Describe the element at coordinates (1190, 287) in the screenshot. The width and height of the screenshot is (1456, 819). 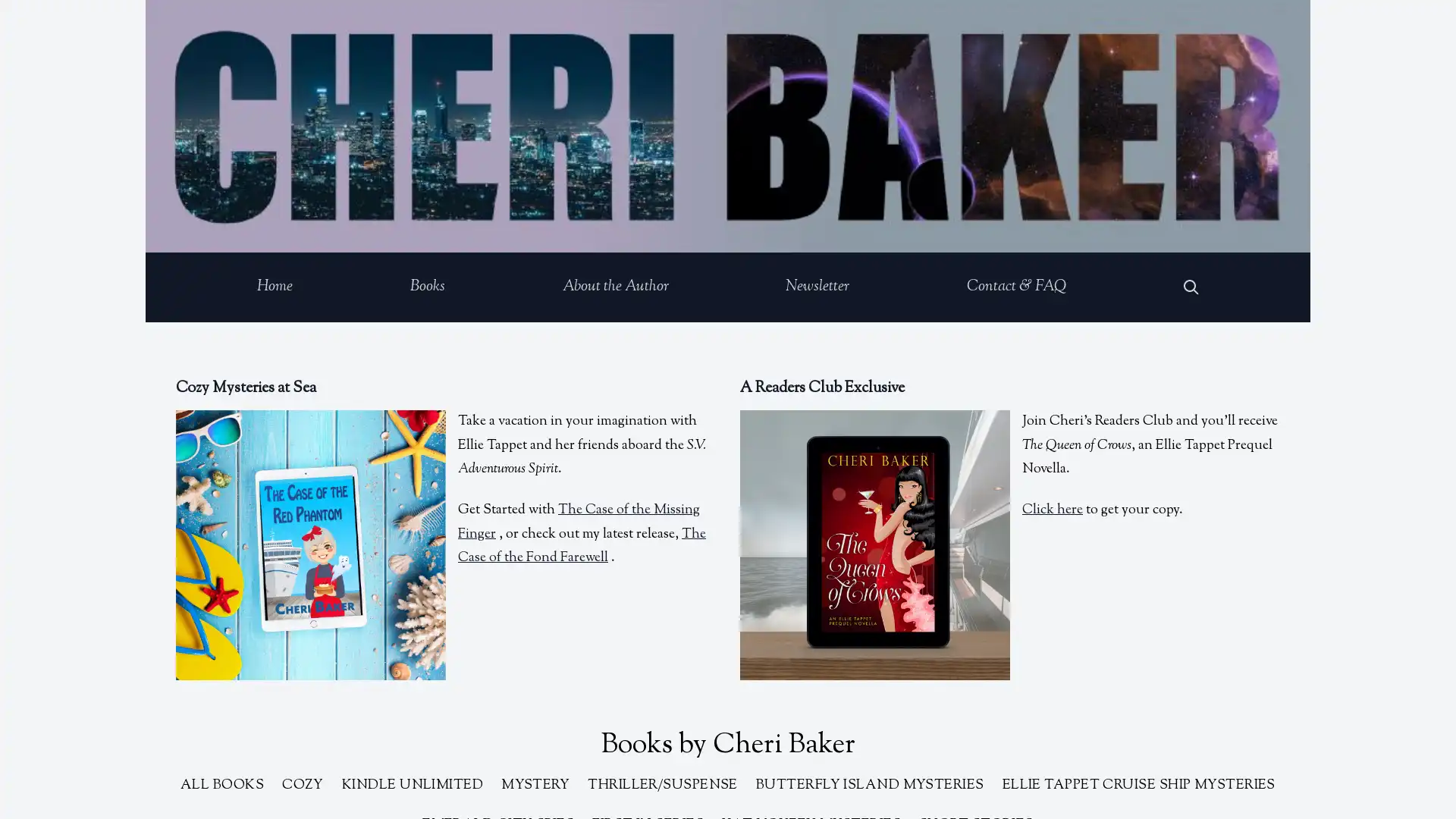
I see `Open Search Dialog` at that location.